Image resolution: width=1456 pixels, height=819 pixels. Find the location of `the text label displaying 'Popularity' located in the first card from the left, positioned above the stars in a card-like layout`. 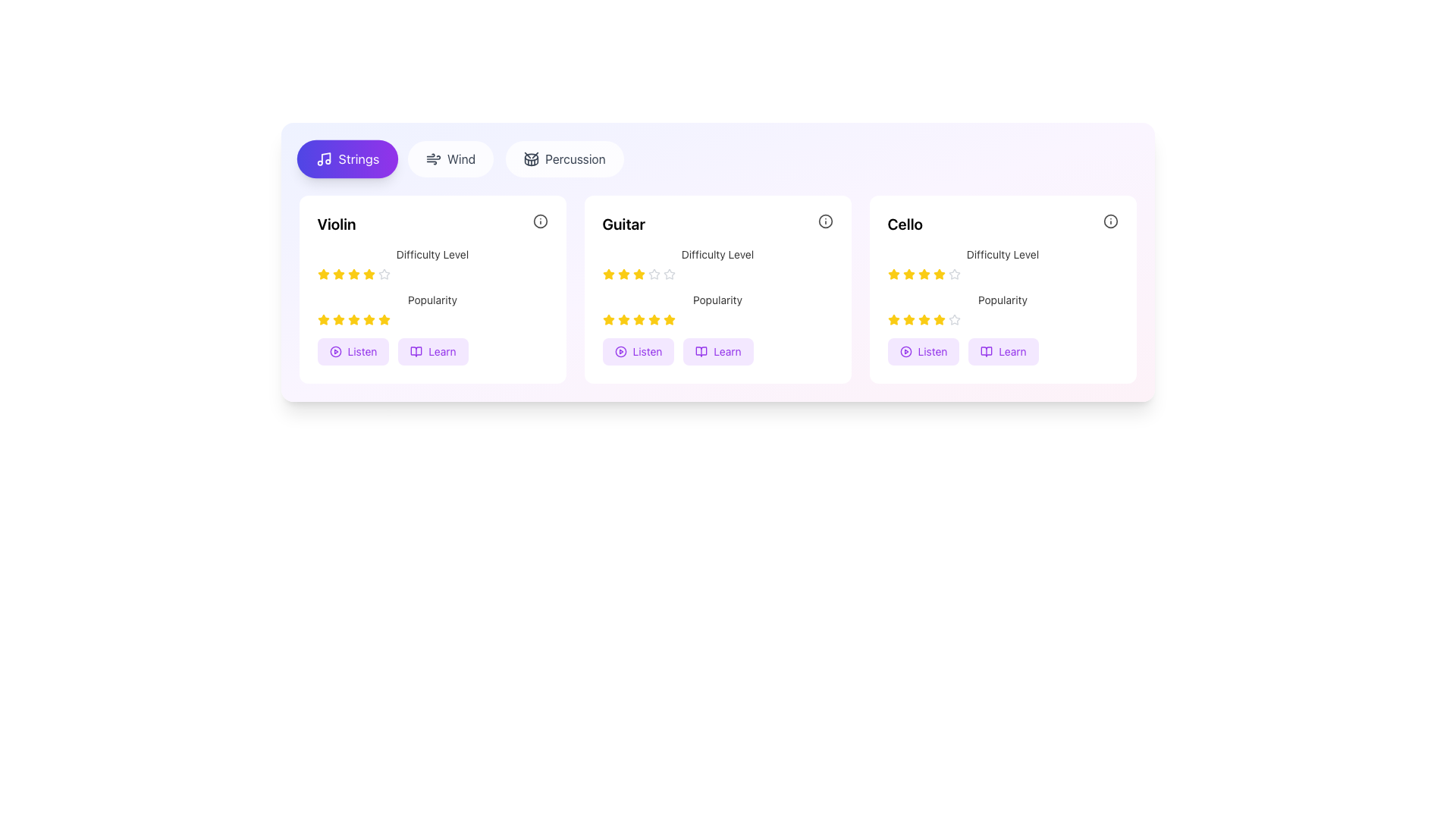

the text label displaying 'Popularity' located in the first card from the left, positioned above the stars in a card-like layout is located at coordinates (431, 300).